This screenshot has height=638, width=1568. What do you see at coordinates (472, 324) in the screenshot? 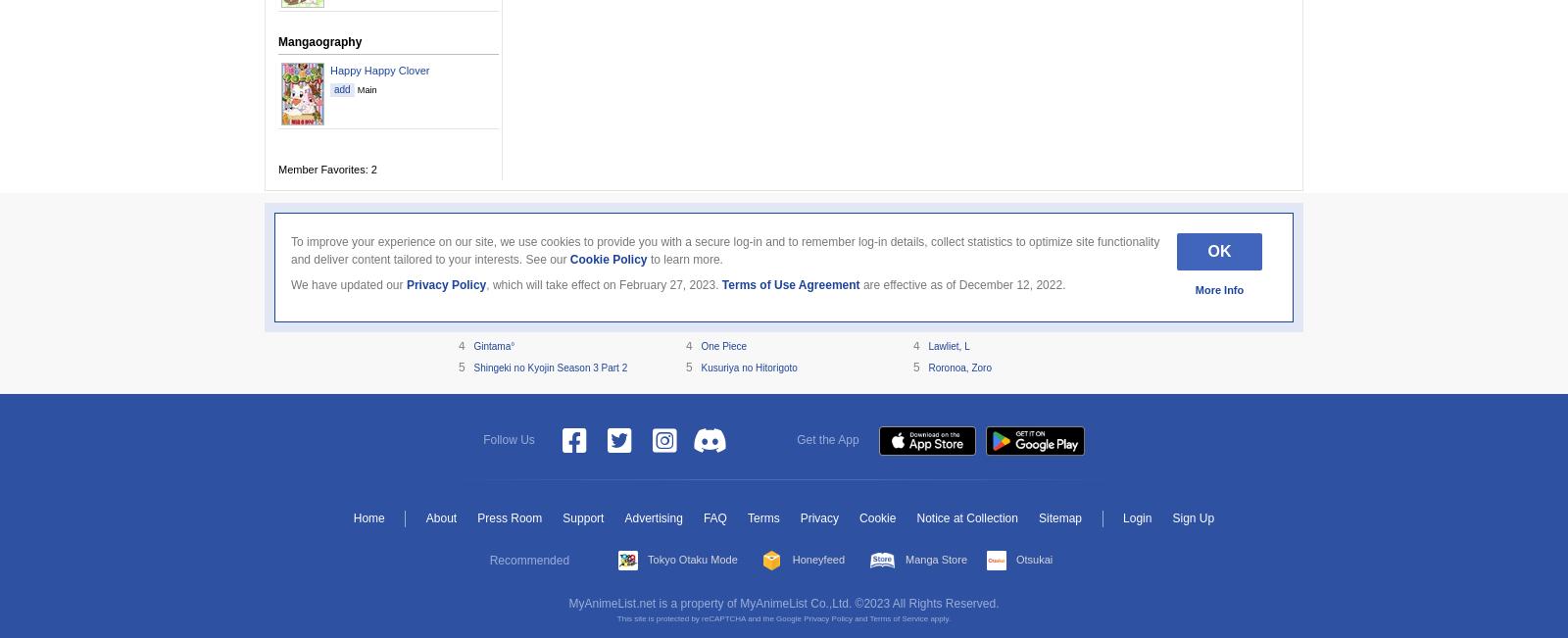
I see `'Steins;Gate'` at bounding box center [472, 324].